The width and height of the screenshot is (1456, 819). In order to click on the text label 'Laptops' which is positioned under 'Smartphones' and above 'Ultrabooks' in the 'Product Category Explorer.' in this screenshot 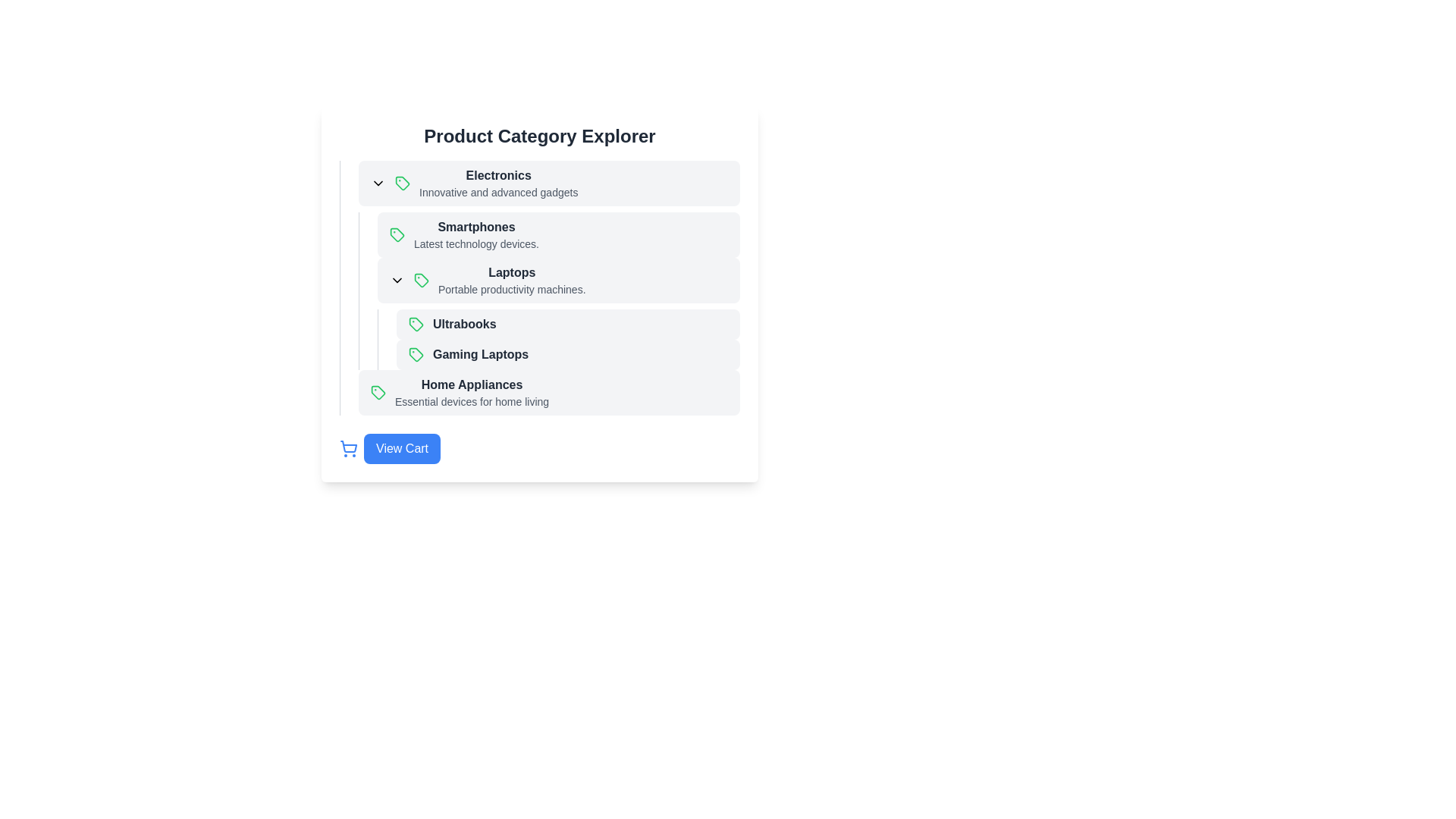, I will do `click(512, 271)`.